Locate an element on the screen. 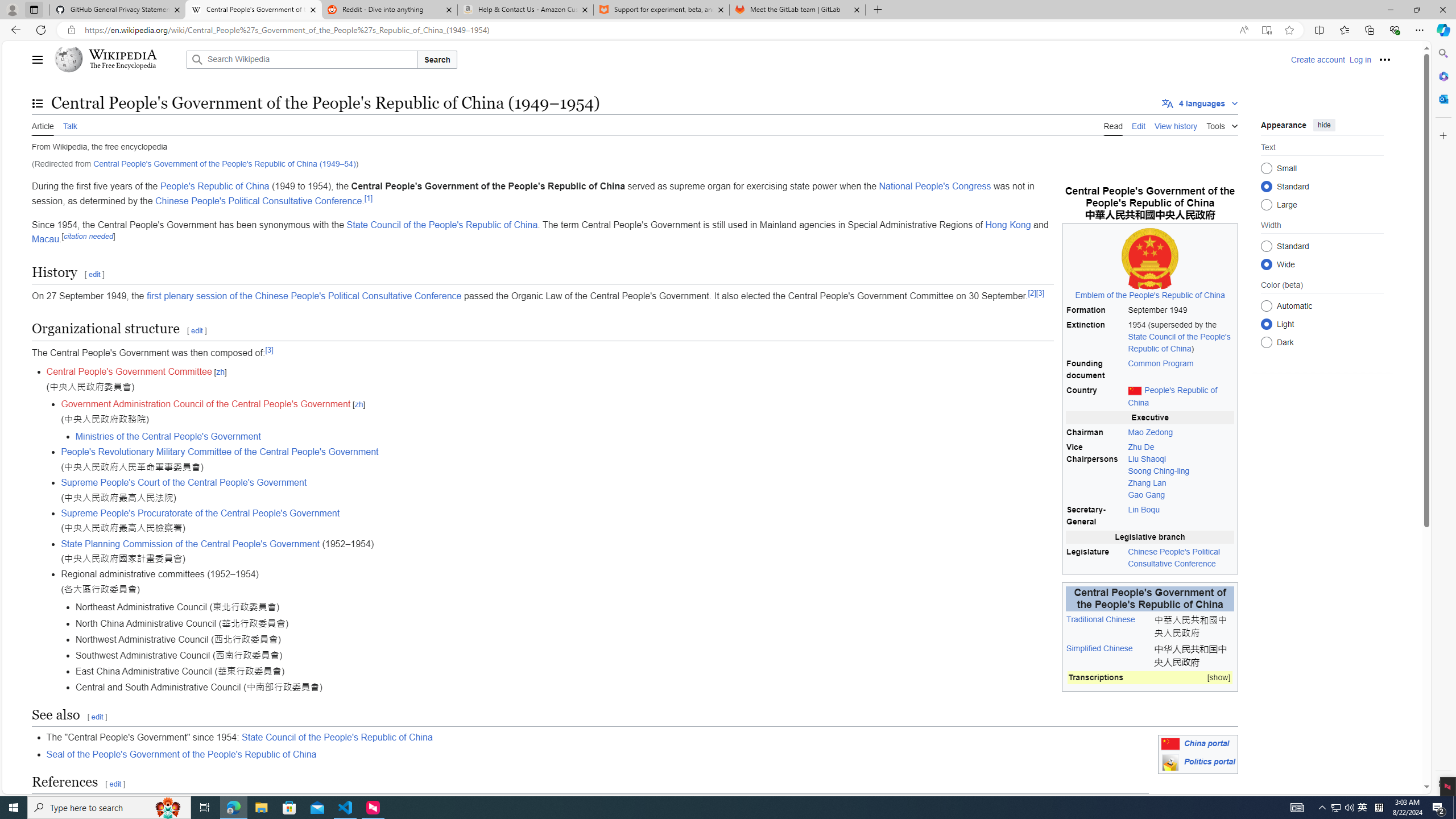 This screenshot has width=1456, height=819. 'Small' is located at coordinates (1266, 167).